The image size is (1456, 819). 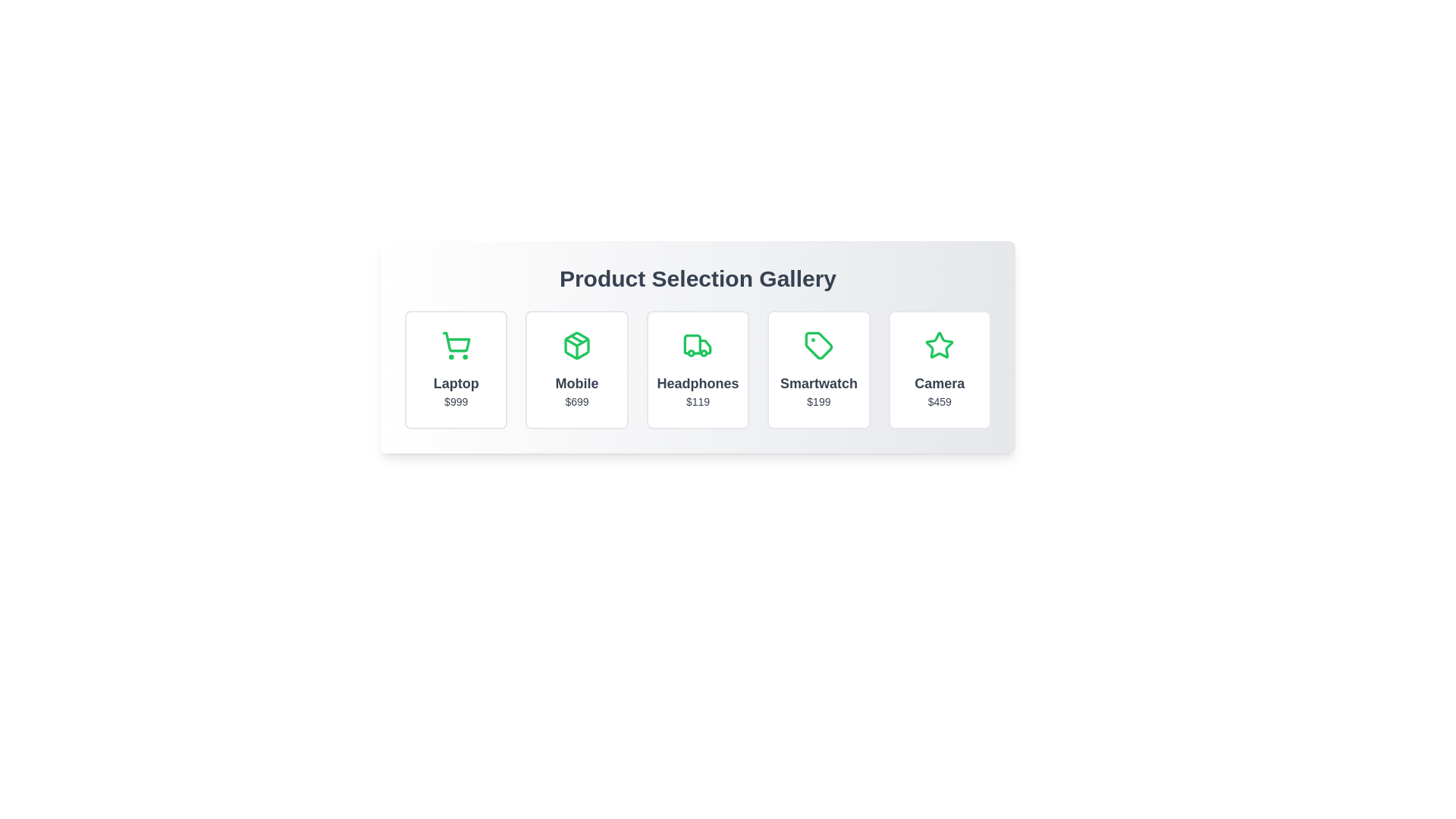 I want to click on the price label displaying '$119' located beneath the 'Headphones' label in the interface, which is centered under the 'Headphones' product card, so click(x=697, y=400).